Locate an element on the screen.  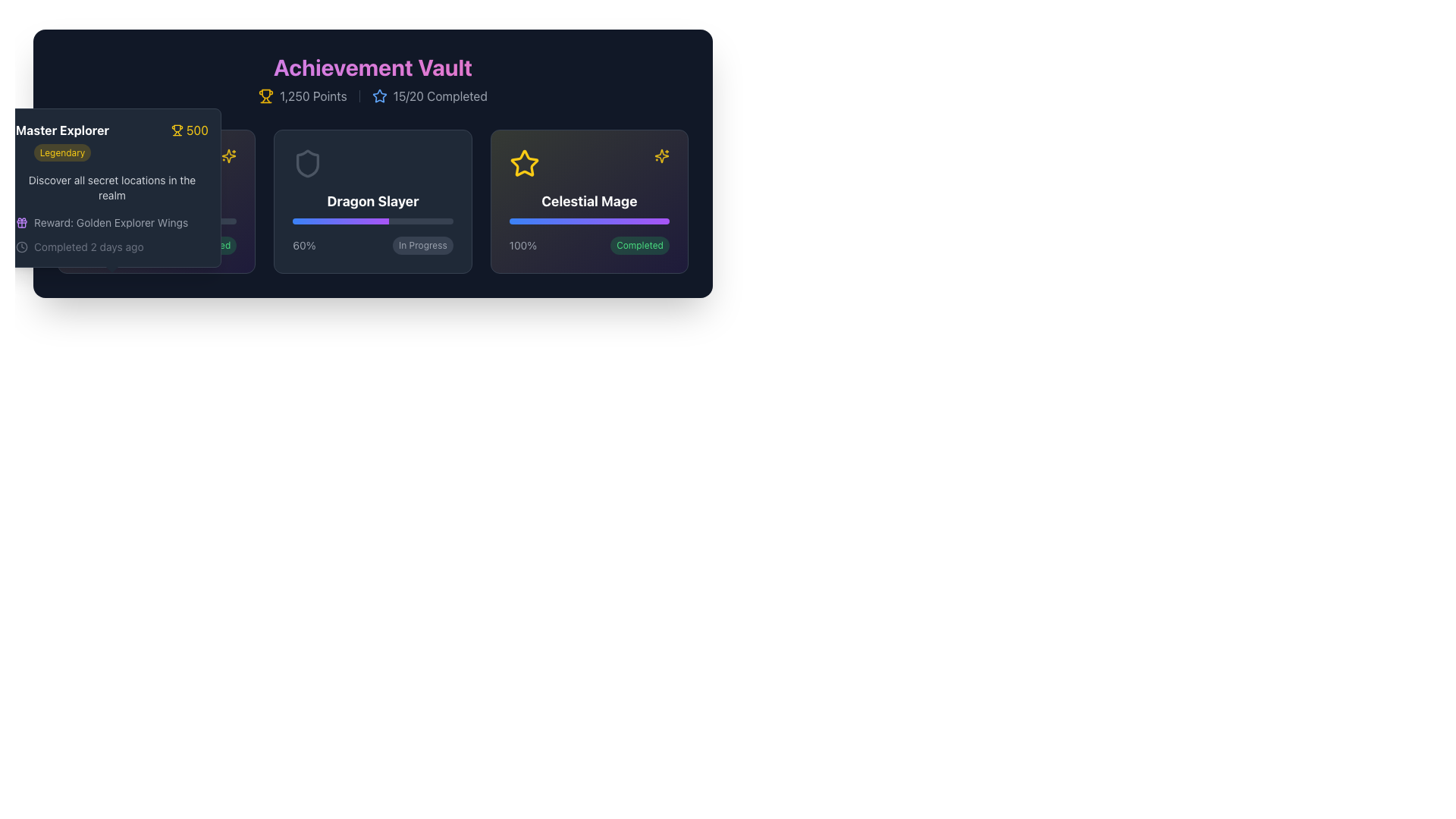
the star-shaped icon with yellow outlined edges located in the top-left section of the 'Celestial Mage' card beside the title text is located at coordinates (524, 163).